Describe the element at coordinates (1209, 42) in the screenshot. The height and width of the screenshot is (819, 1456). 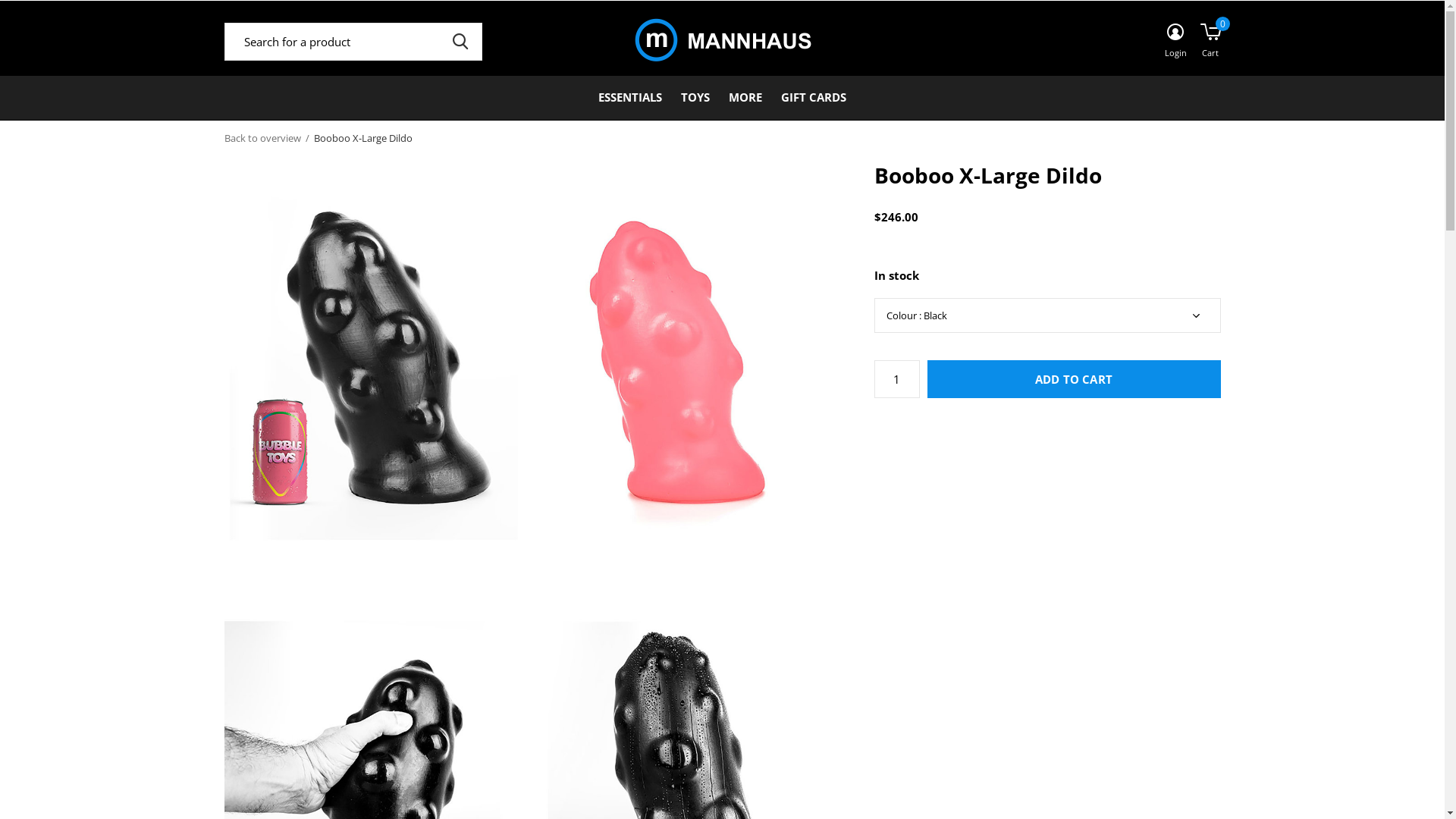
I see `'Cart` at that location.